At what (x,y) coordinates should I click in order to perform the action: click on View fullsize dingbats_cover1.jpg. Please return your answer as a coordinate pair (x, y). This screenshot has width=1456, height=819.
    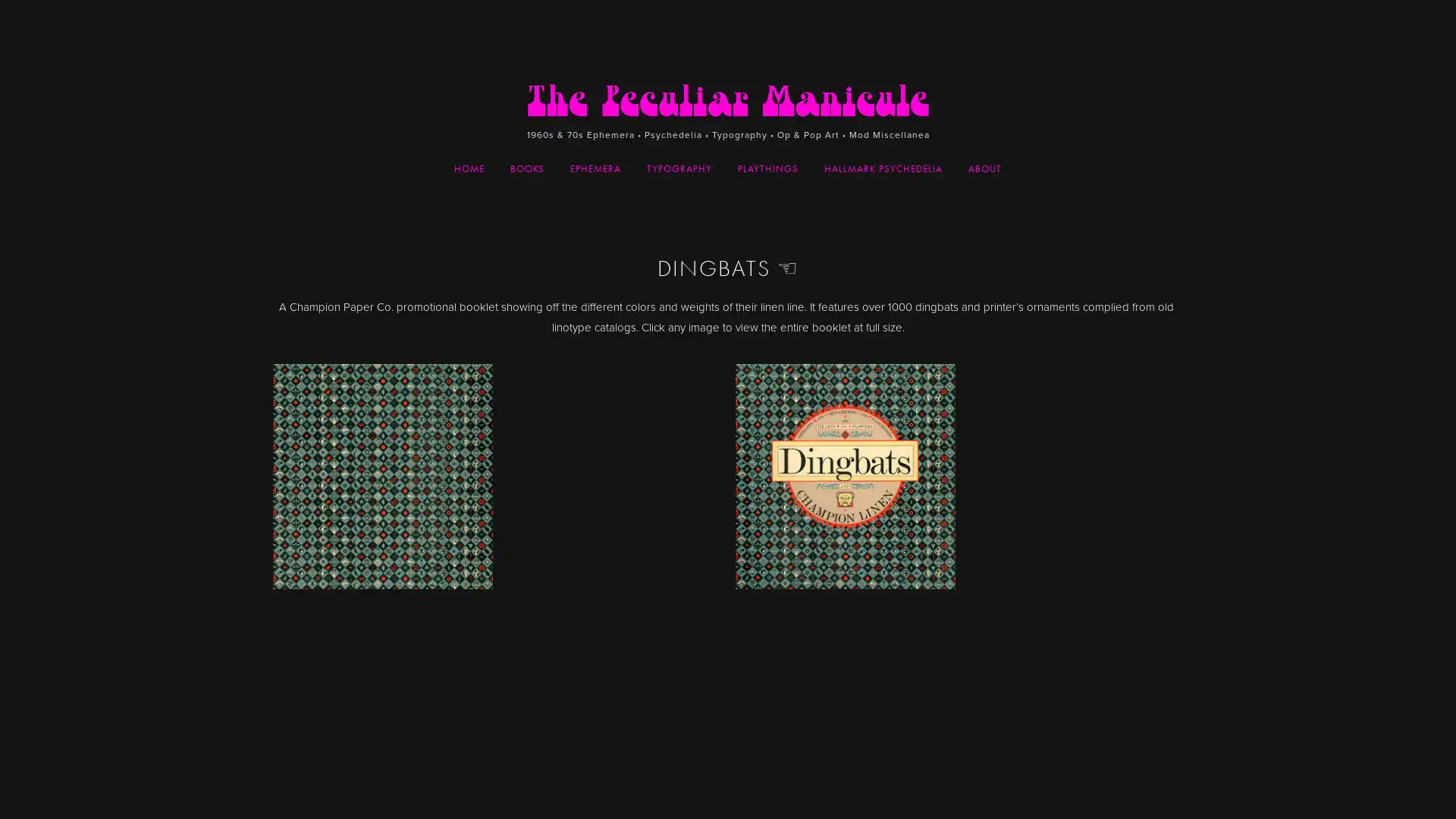
    Looking at the image, I should click on (496, 587).